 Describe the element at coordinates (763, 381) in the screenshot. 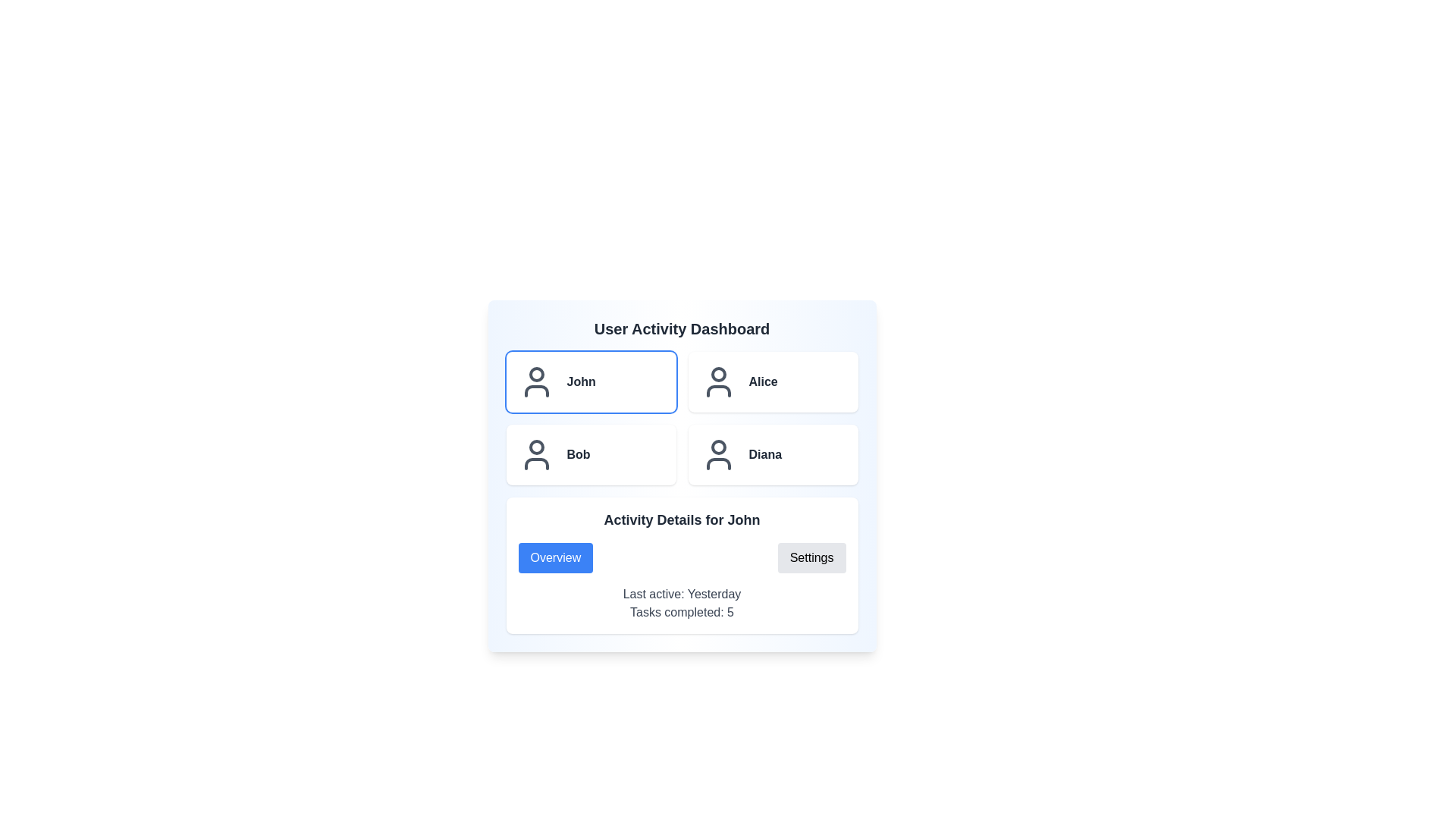

I see `text displayed in the 'Alice' label, which is associated with a user card in the dashboard interface` at that location.